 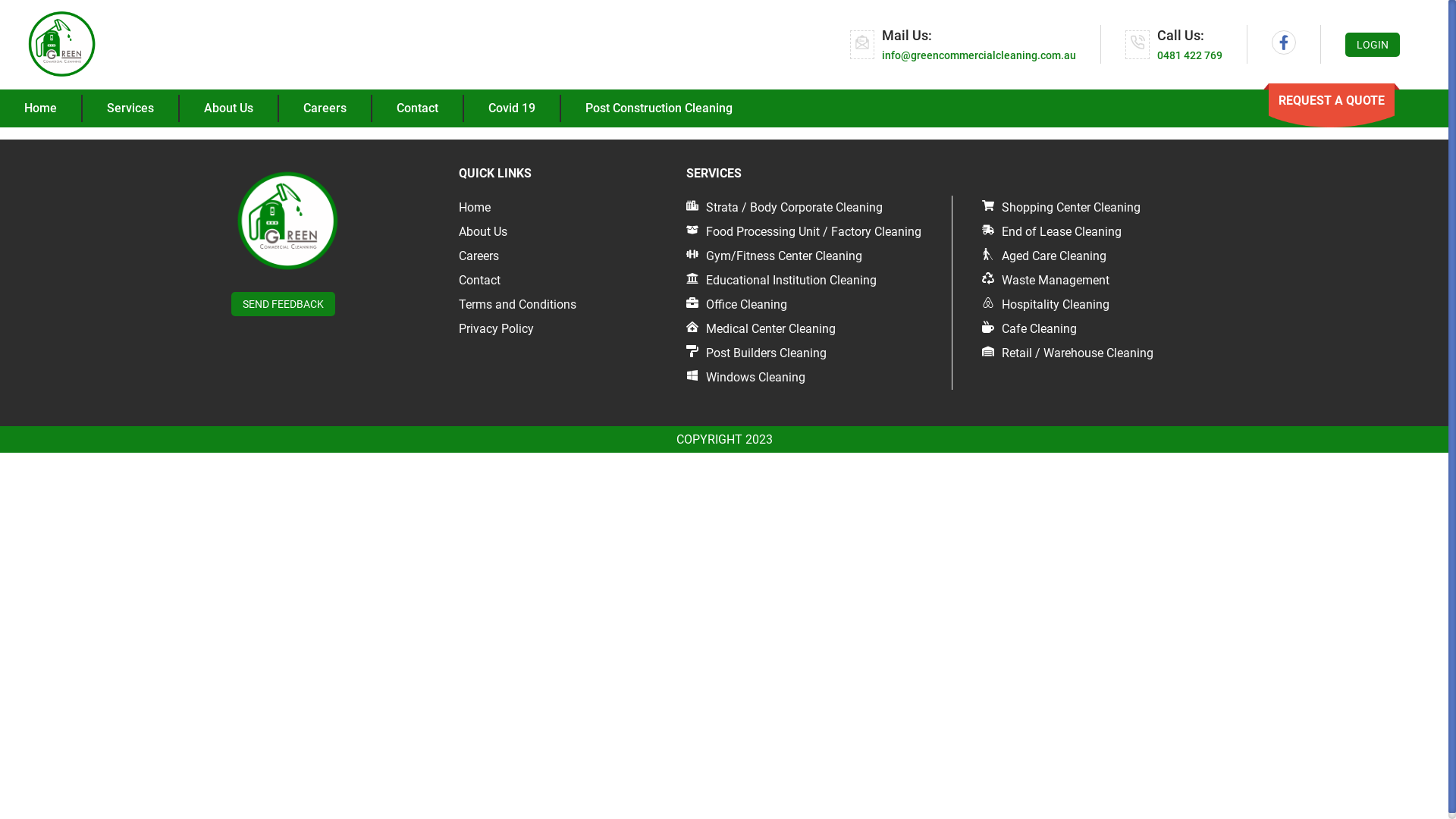 What do you see at coordinates (482, 231) in the screenshot?
I see `'About Us'` at bounding box center [482, 231].